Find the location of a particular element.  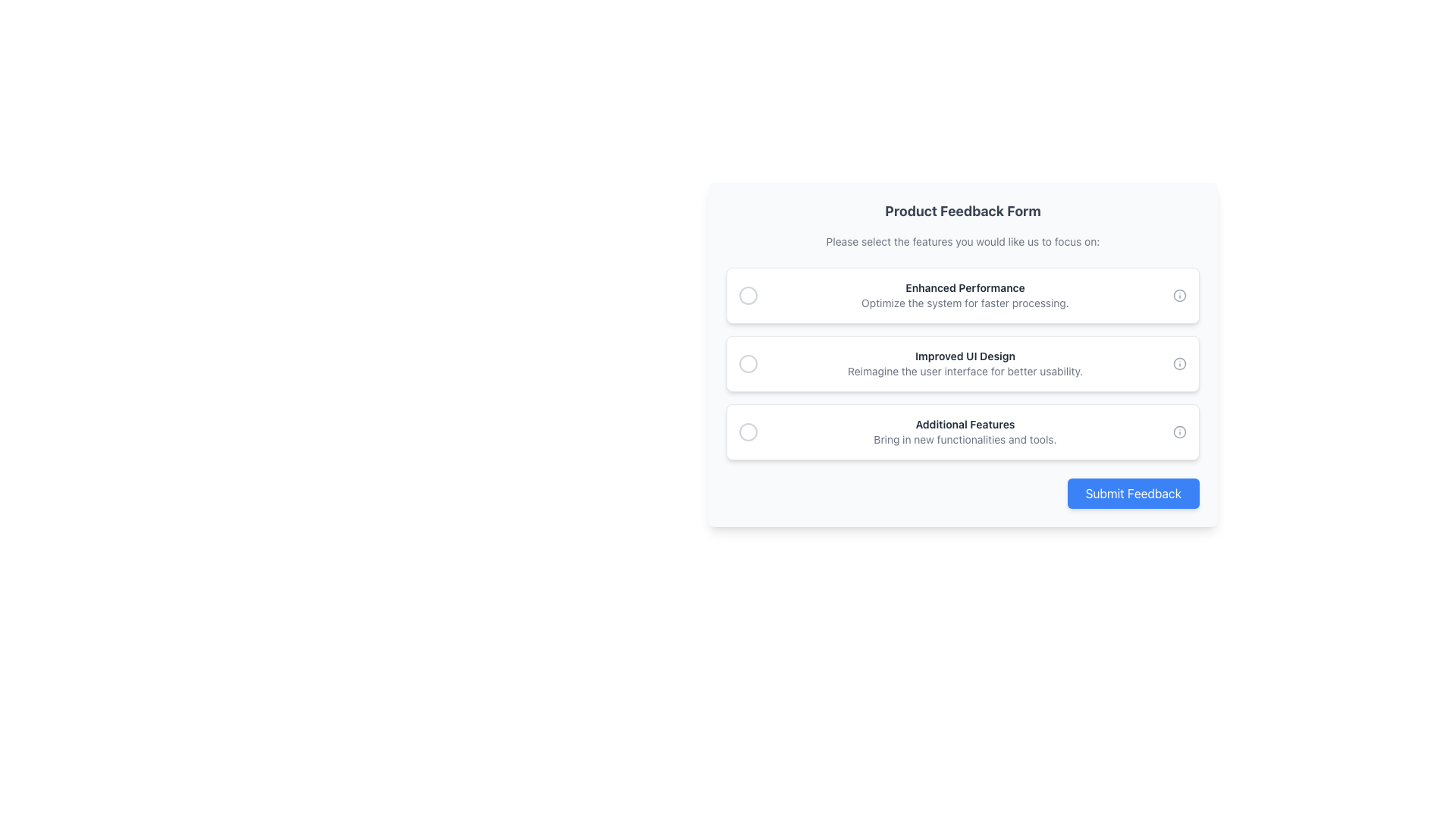

the first interactive radio button is located at coordinates (748, 363).